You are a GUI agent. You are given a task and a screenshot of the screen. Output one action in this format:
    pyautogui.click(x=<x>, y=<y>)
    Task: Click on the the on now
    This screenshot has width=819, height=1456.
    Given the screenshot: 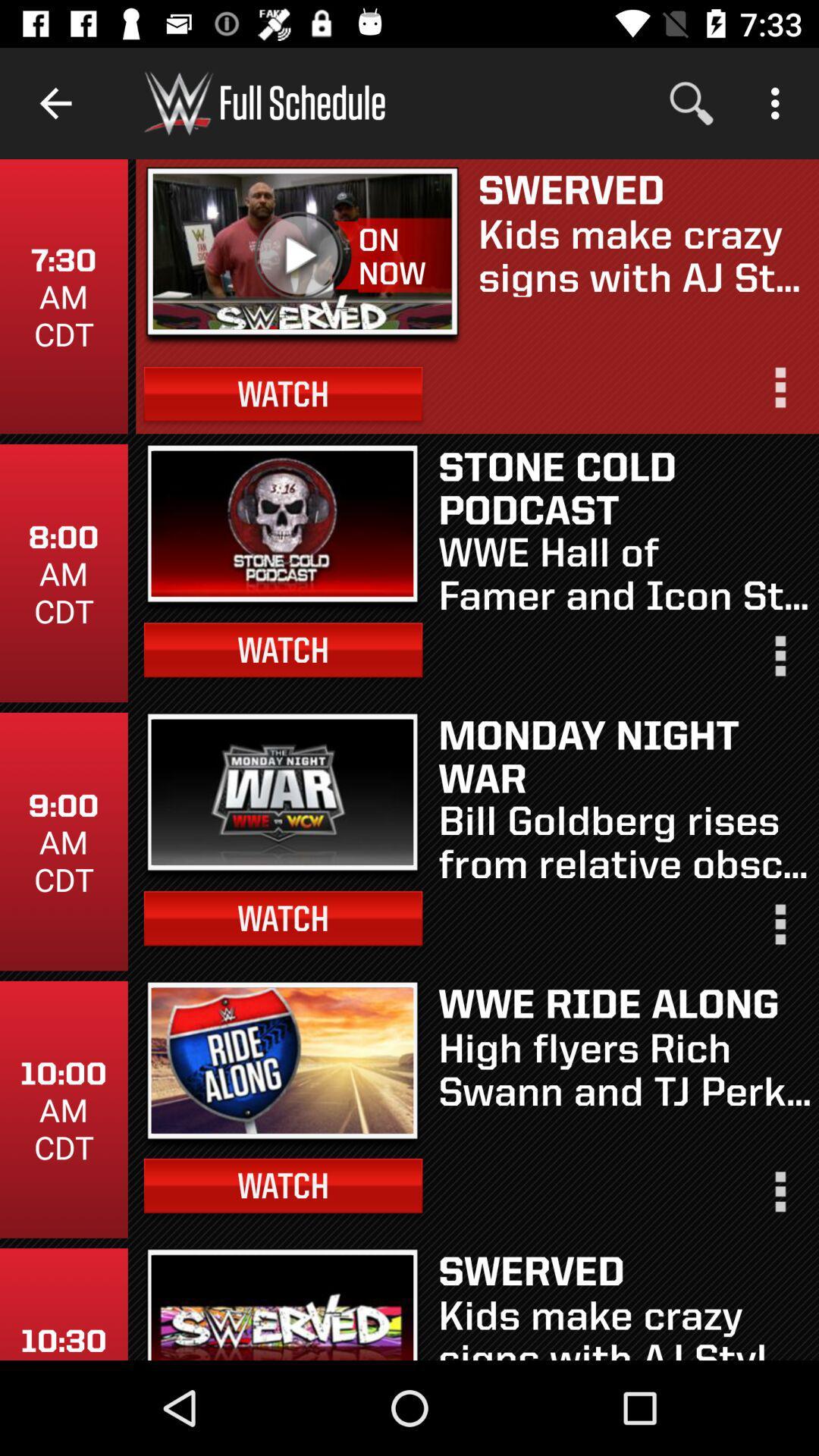 What is the action you would take?
    pyautogui.click(x=403, y=256)
    